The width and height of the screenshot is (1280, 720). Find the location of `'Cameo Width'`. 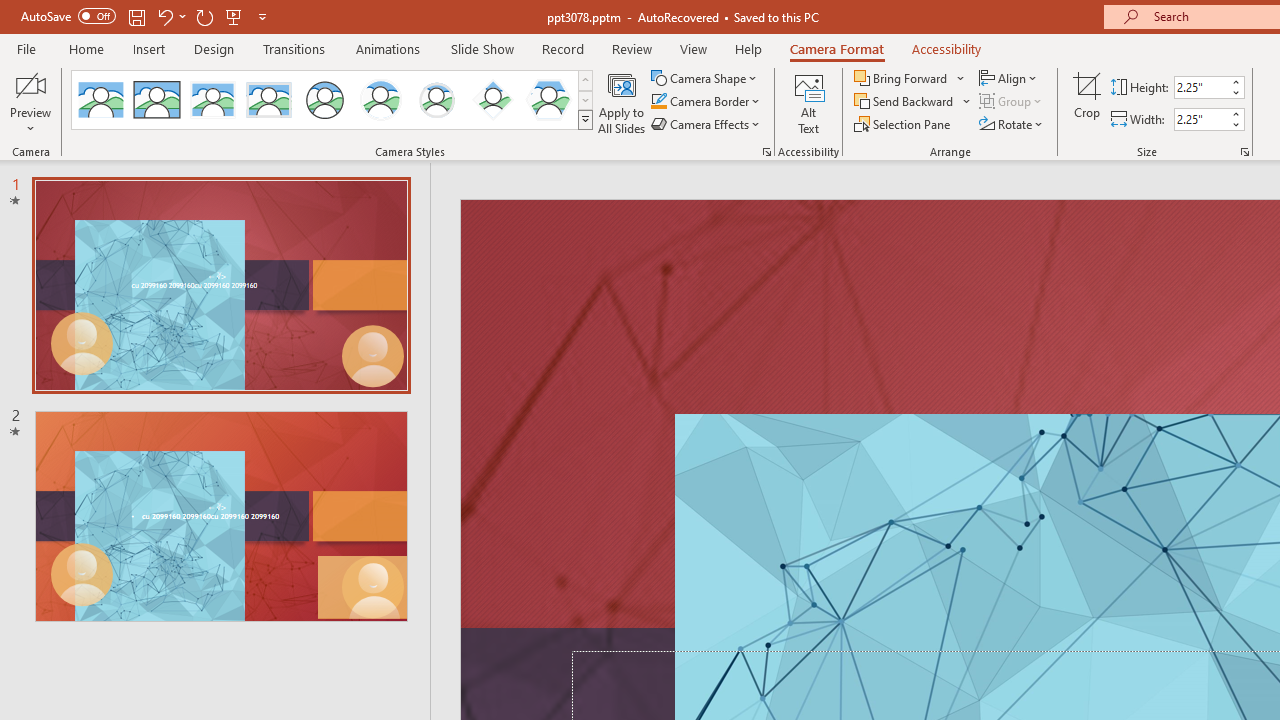

'Cameo Width' is located at coordinates (1200, 119).